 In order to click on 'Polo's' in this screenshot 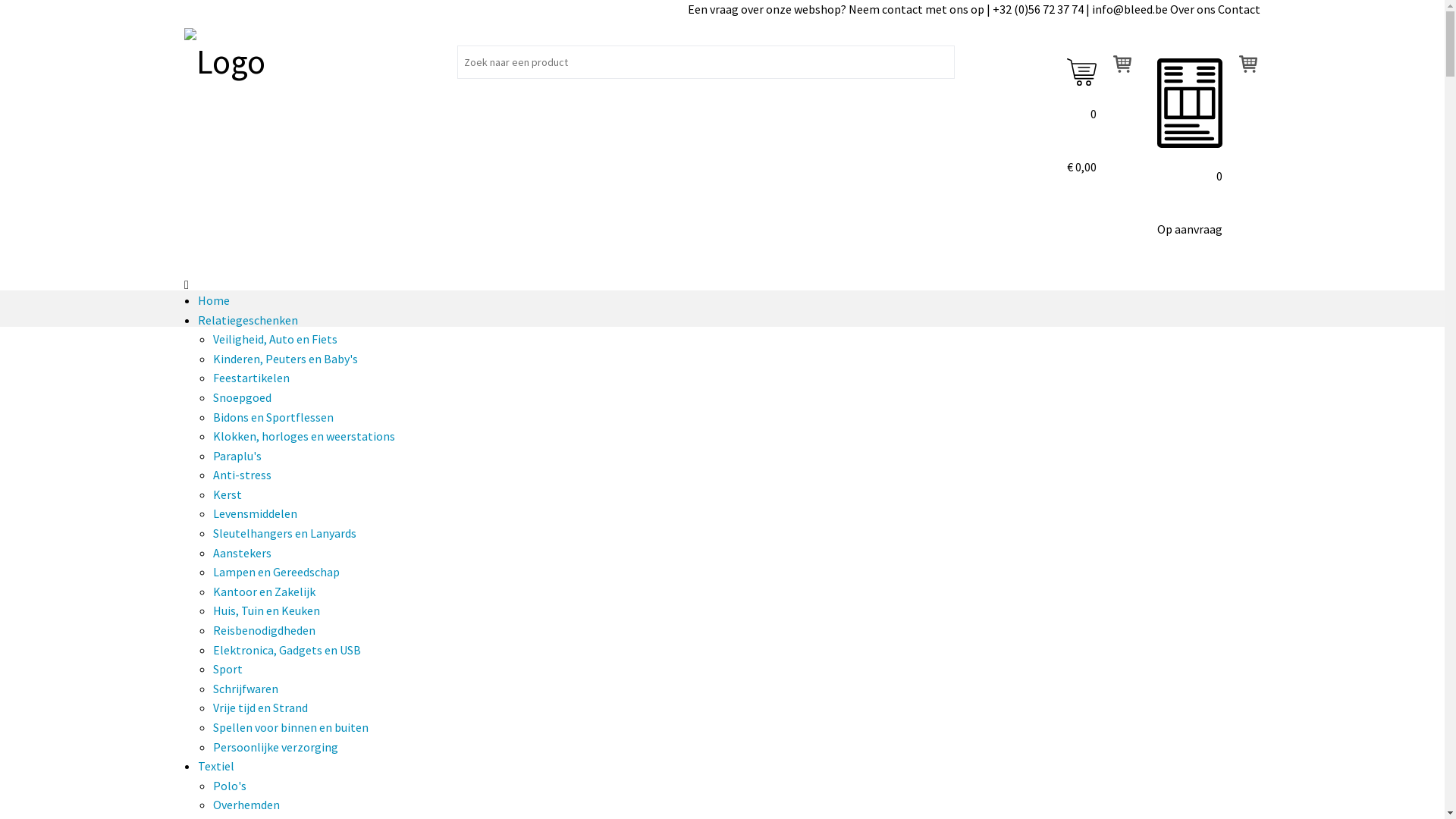, I will do `click(228, 785)`.